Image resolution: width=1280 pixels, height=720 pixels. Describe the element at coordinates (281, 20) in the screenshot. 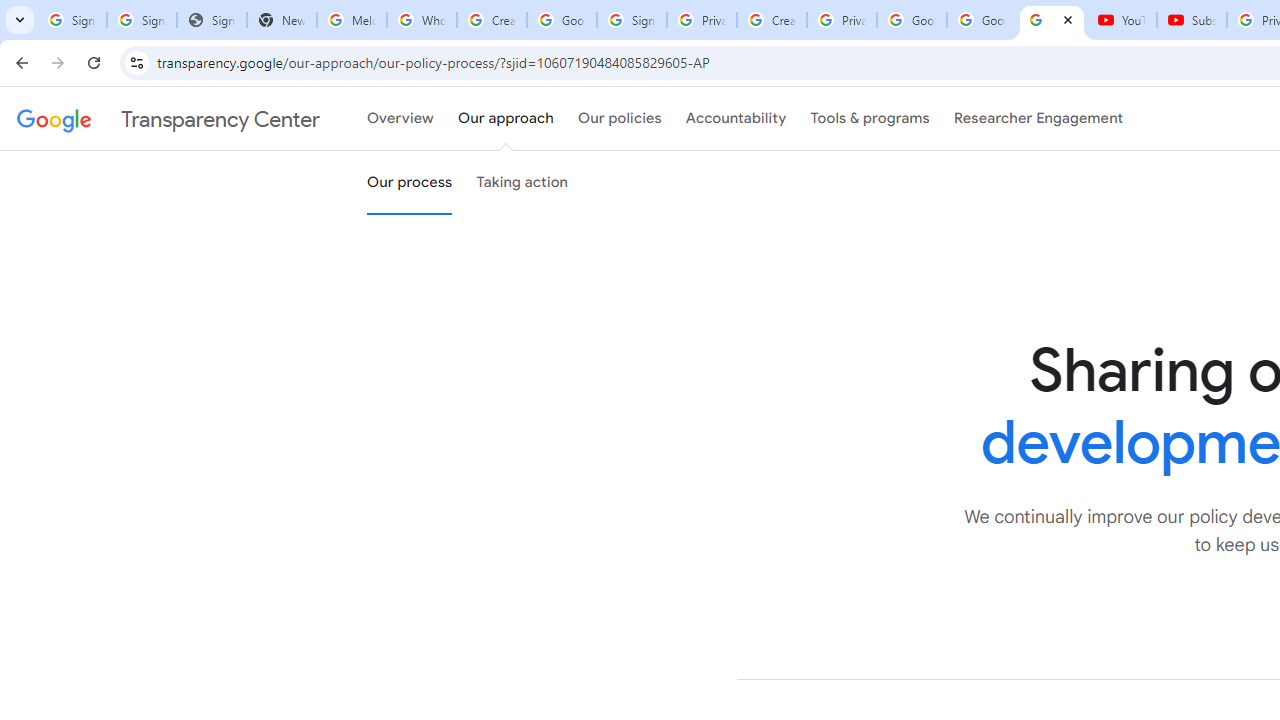

I see `'New Tab'` at that location.